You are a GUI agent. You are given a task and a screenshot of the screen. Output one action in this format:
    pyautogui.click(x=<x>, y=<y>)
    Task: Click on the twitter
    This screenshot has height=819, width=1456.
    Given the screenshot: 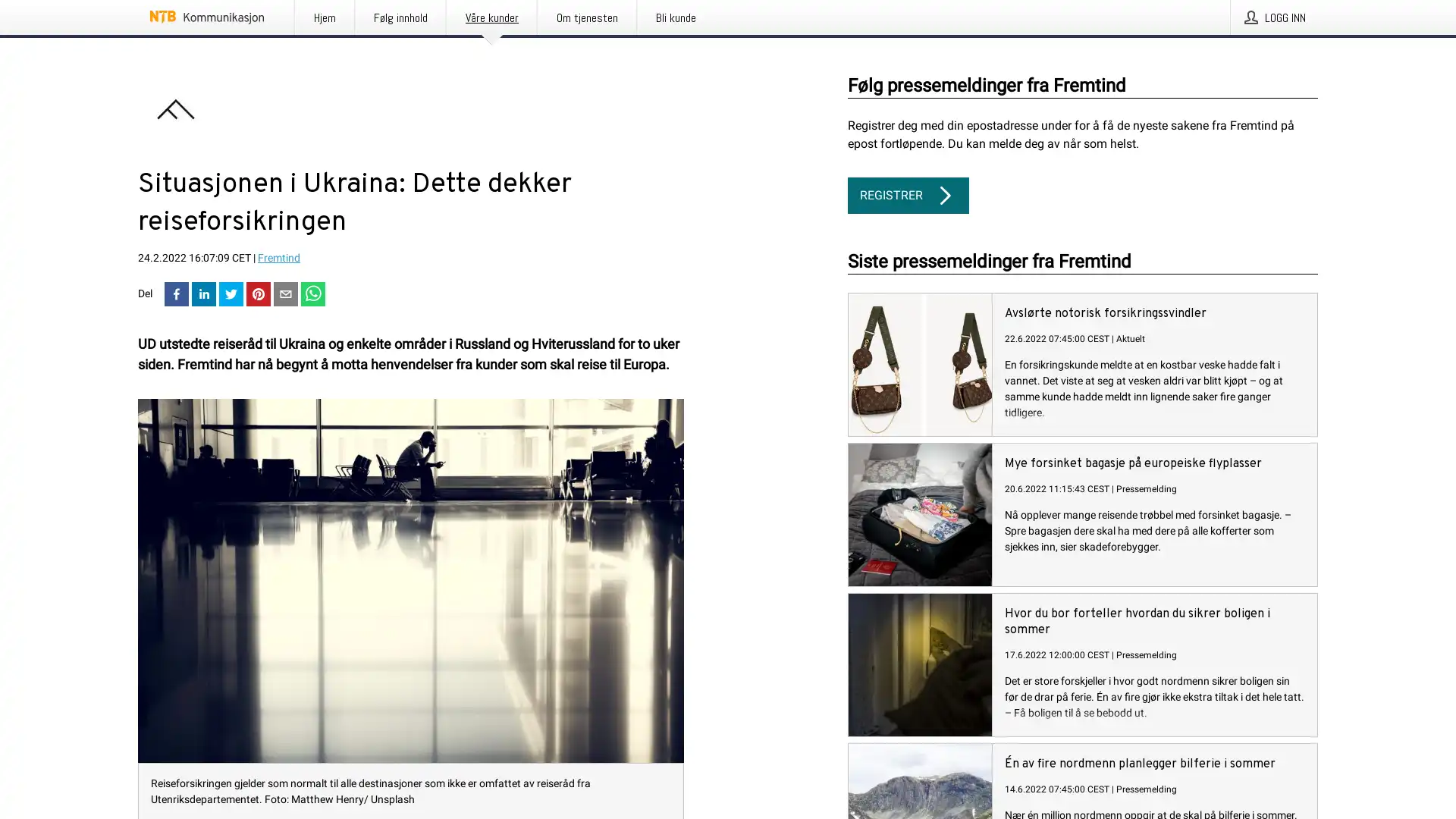 What is the action you would take?
    pyautogui.click(x=231, y=295)
    